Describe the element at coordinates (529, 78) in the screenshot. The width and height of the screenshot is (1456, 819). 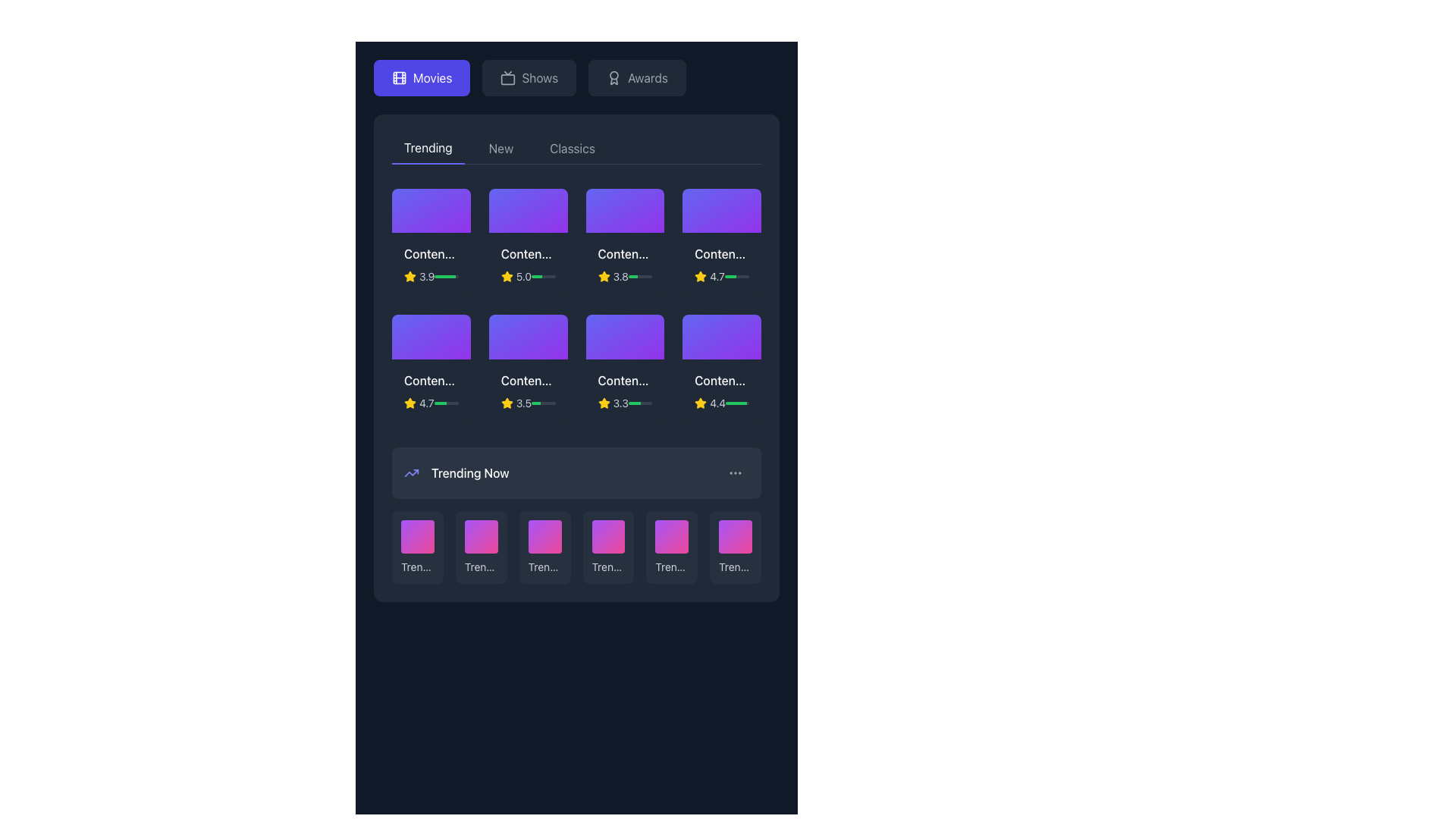
I see `the second button in a row of three buttons, located near the top of the interface` at that location.